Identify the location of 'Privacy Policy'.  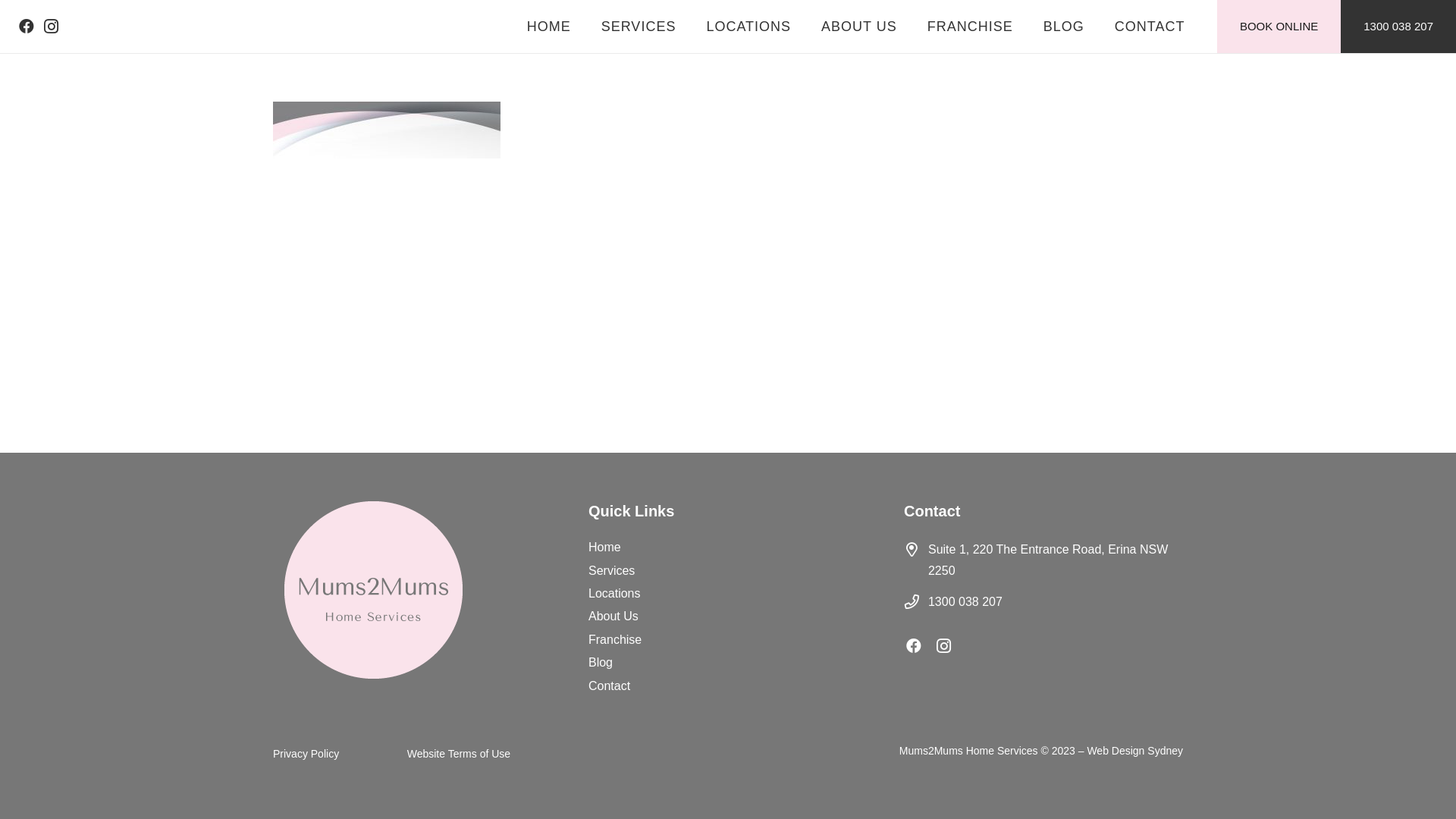
(273, 754).